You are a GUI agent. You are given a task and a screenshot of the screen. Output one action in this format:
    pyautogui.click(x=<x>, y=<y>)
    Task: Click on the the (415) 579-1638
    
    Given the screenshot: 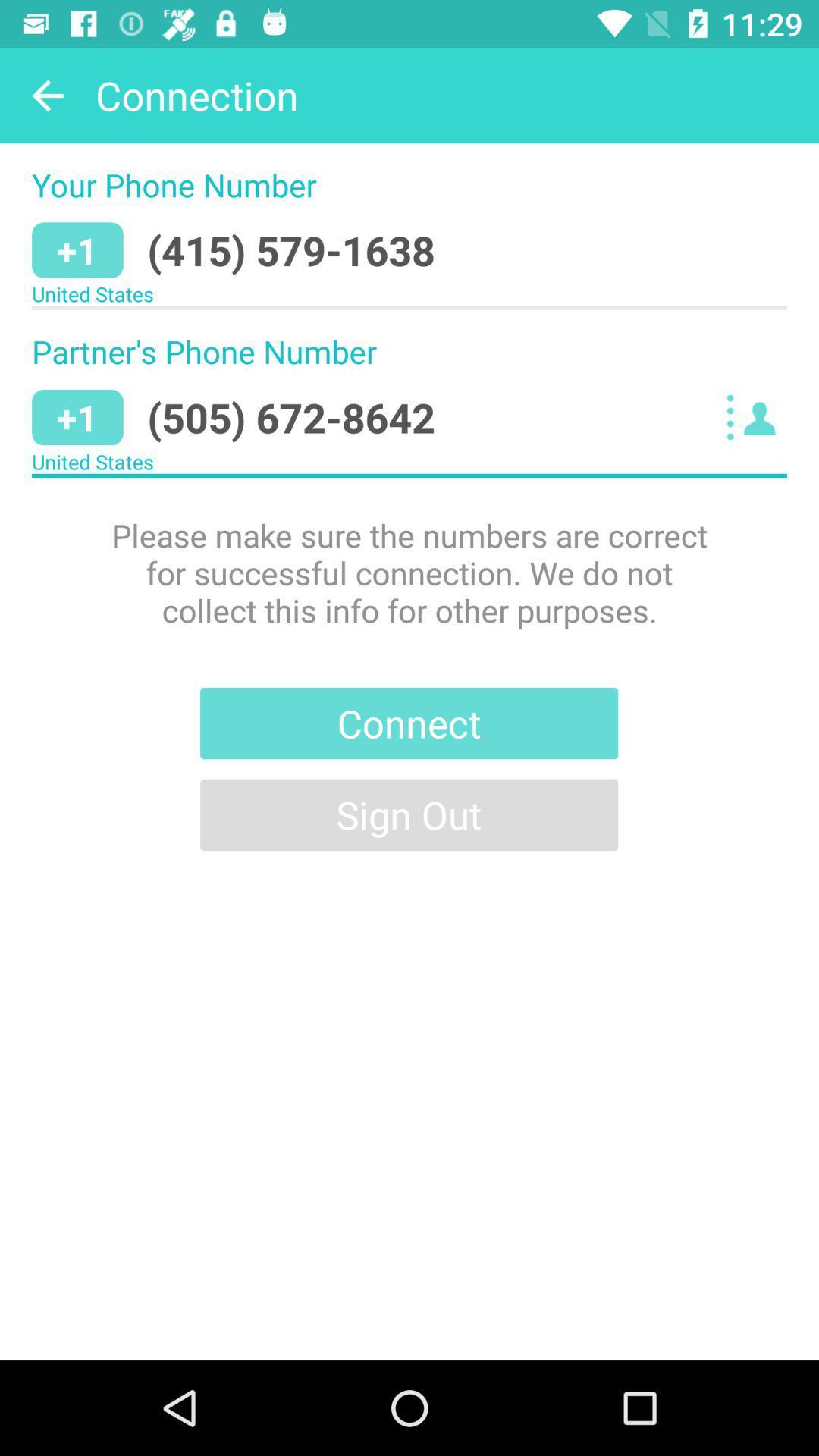 What is the action you would take?
    pyautogui.click(x=291, y=250)
    